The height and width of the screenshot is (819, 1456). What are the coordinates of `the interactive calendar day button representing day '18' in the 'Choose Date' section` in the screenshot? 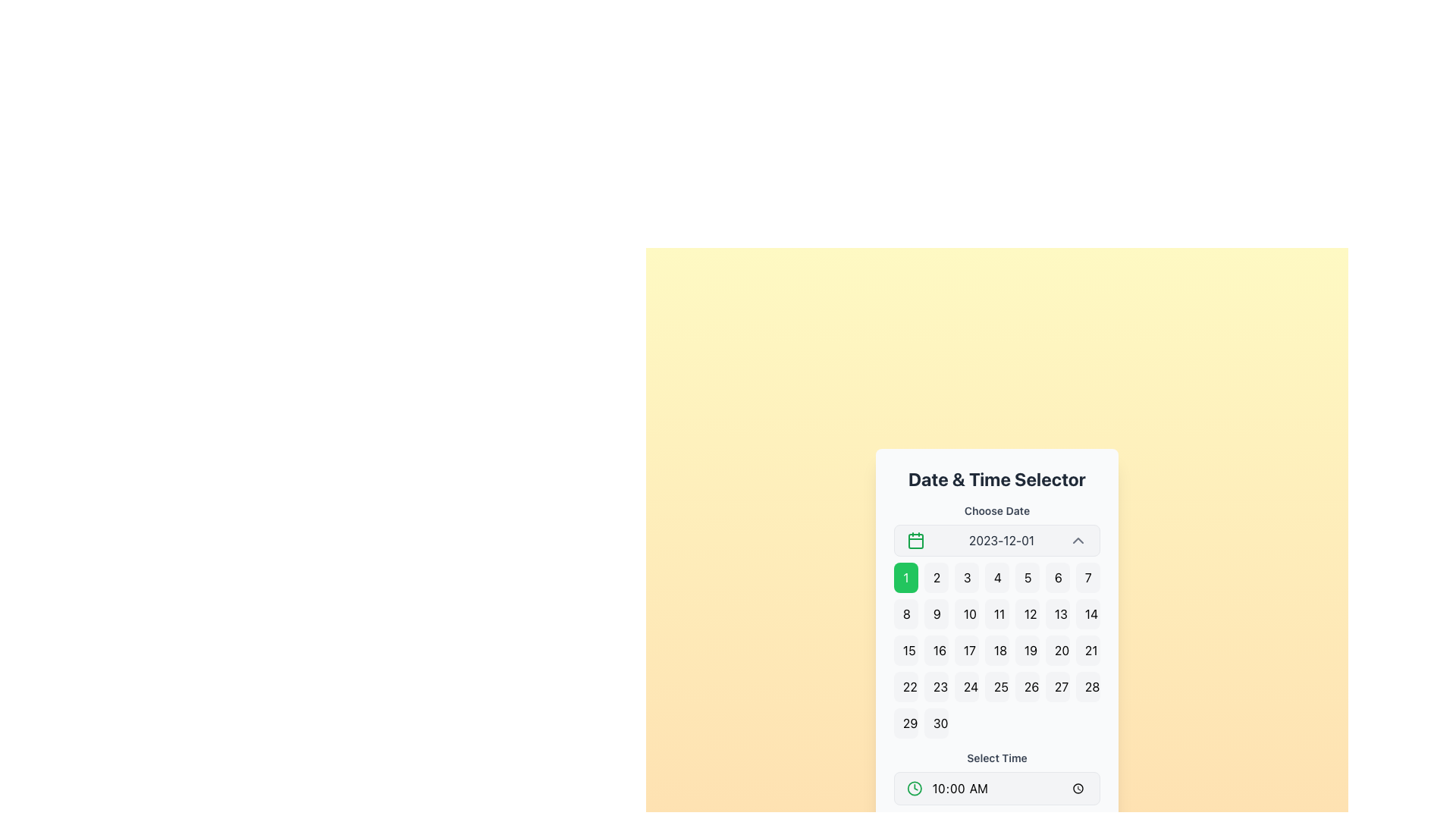 It's located at (997, 649).